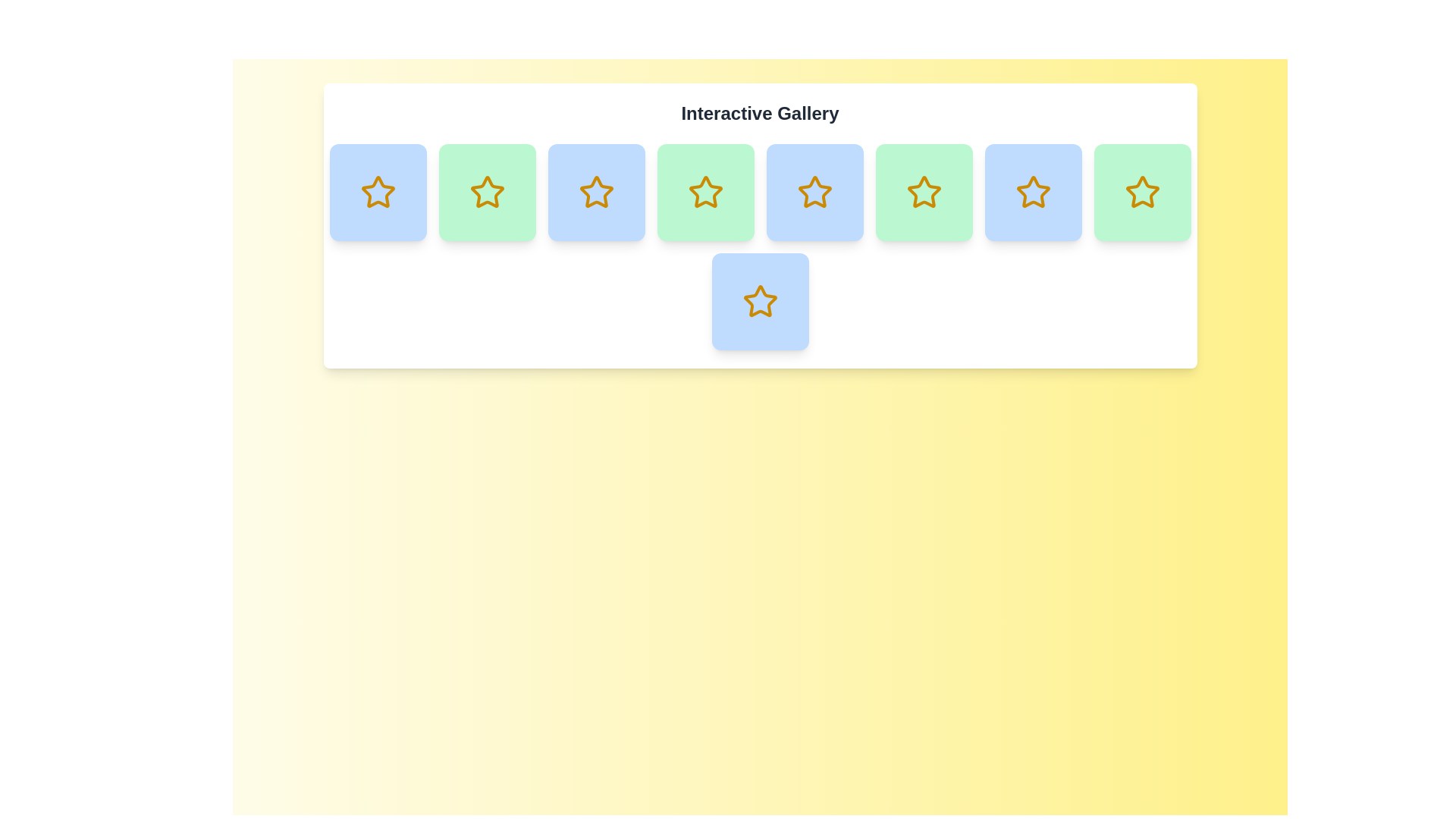  What do you see at coordinates (704, 192) in the screenshot?
I see `star icon within the sixth interactive tile in the horizontally arranged gallery located near the top-center of the interface` at bounding box center [704, 192].